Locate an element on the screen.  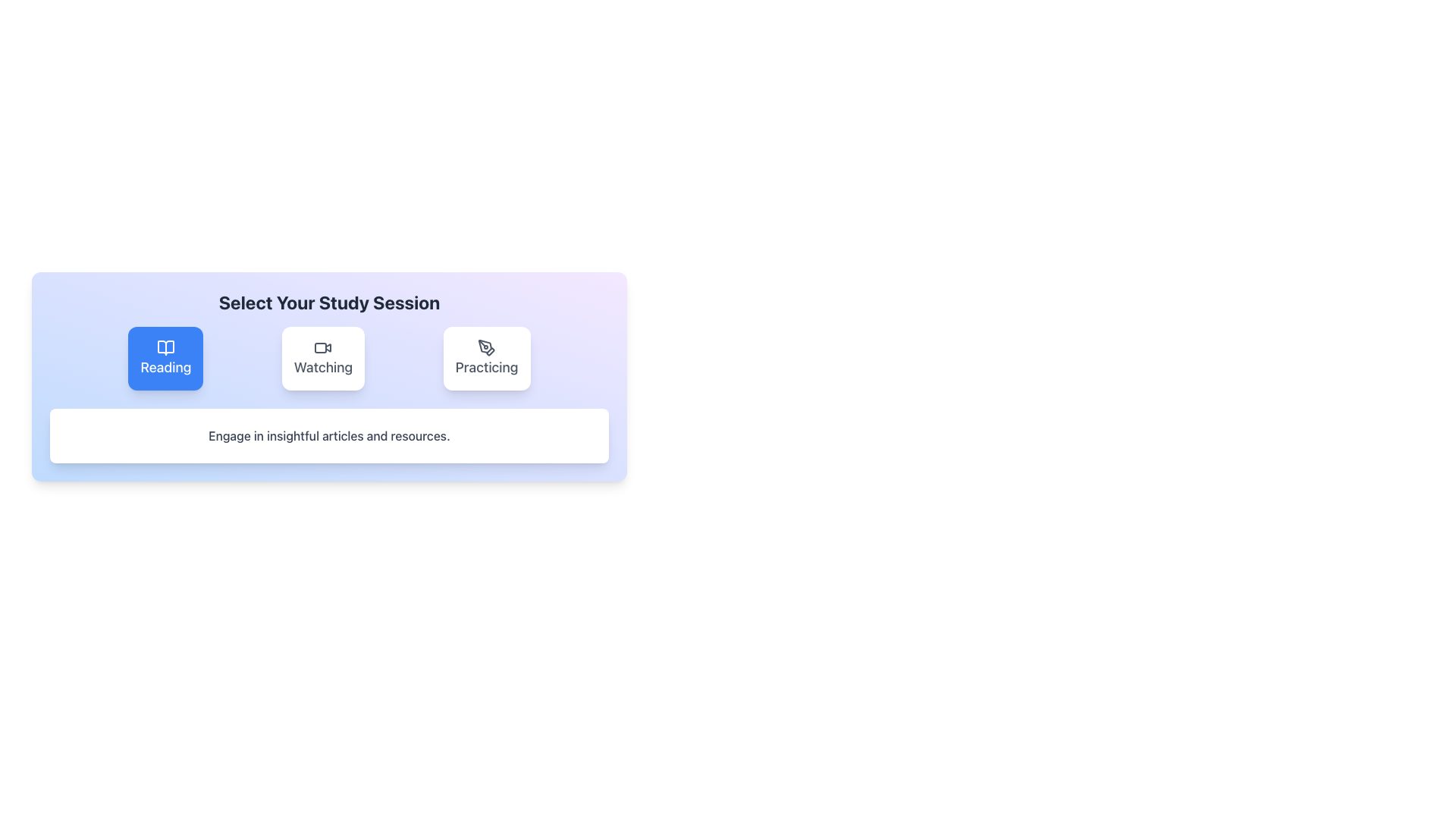
the lower-right segment of the pen icon representing the 'Practicing' activity option is located at coordinates (491, 351).